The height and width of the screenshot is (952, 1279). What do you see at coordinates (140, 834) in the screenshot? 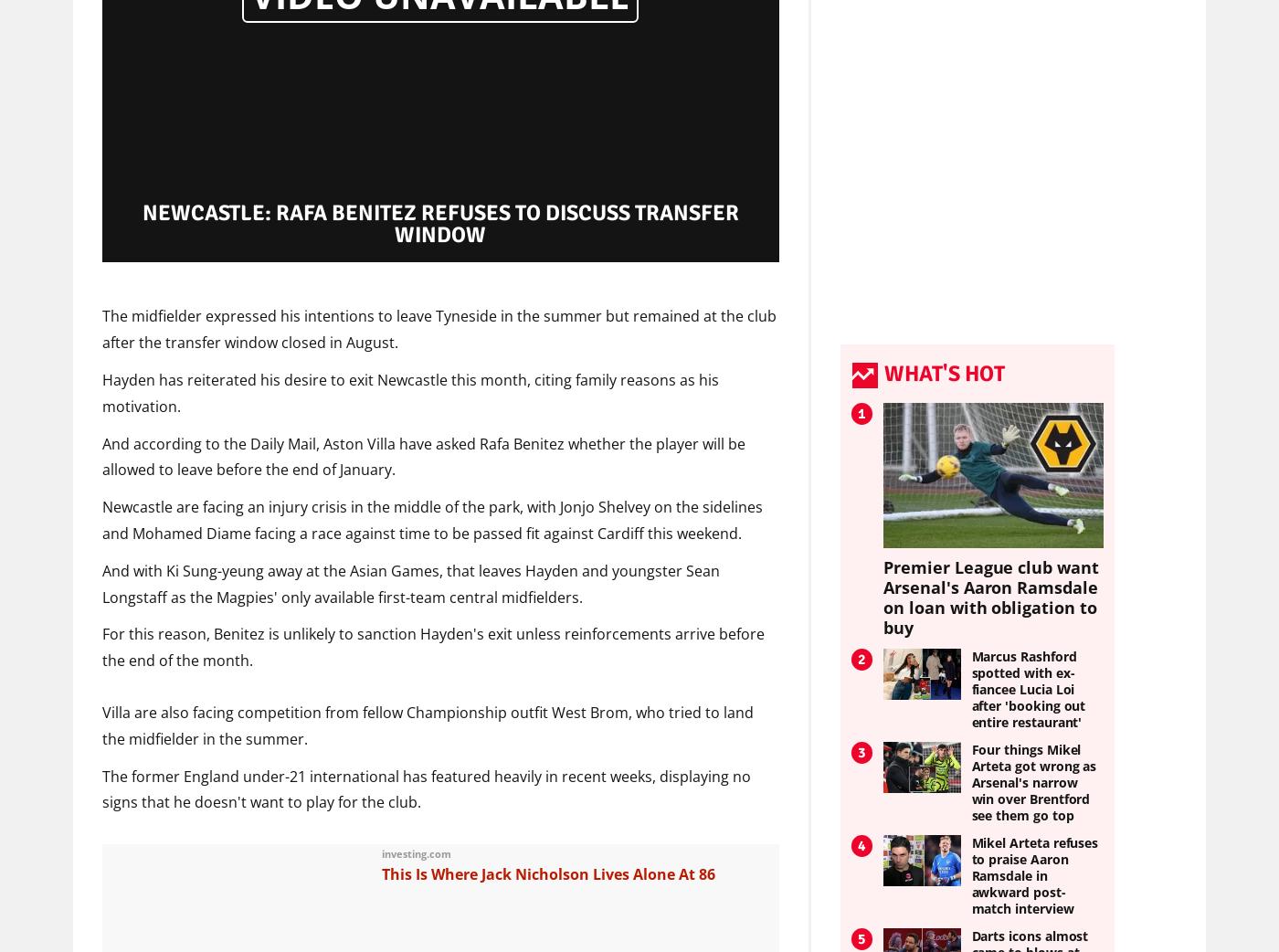
I see `'Sponsored'` at bounding box center [140, 834].